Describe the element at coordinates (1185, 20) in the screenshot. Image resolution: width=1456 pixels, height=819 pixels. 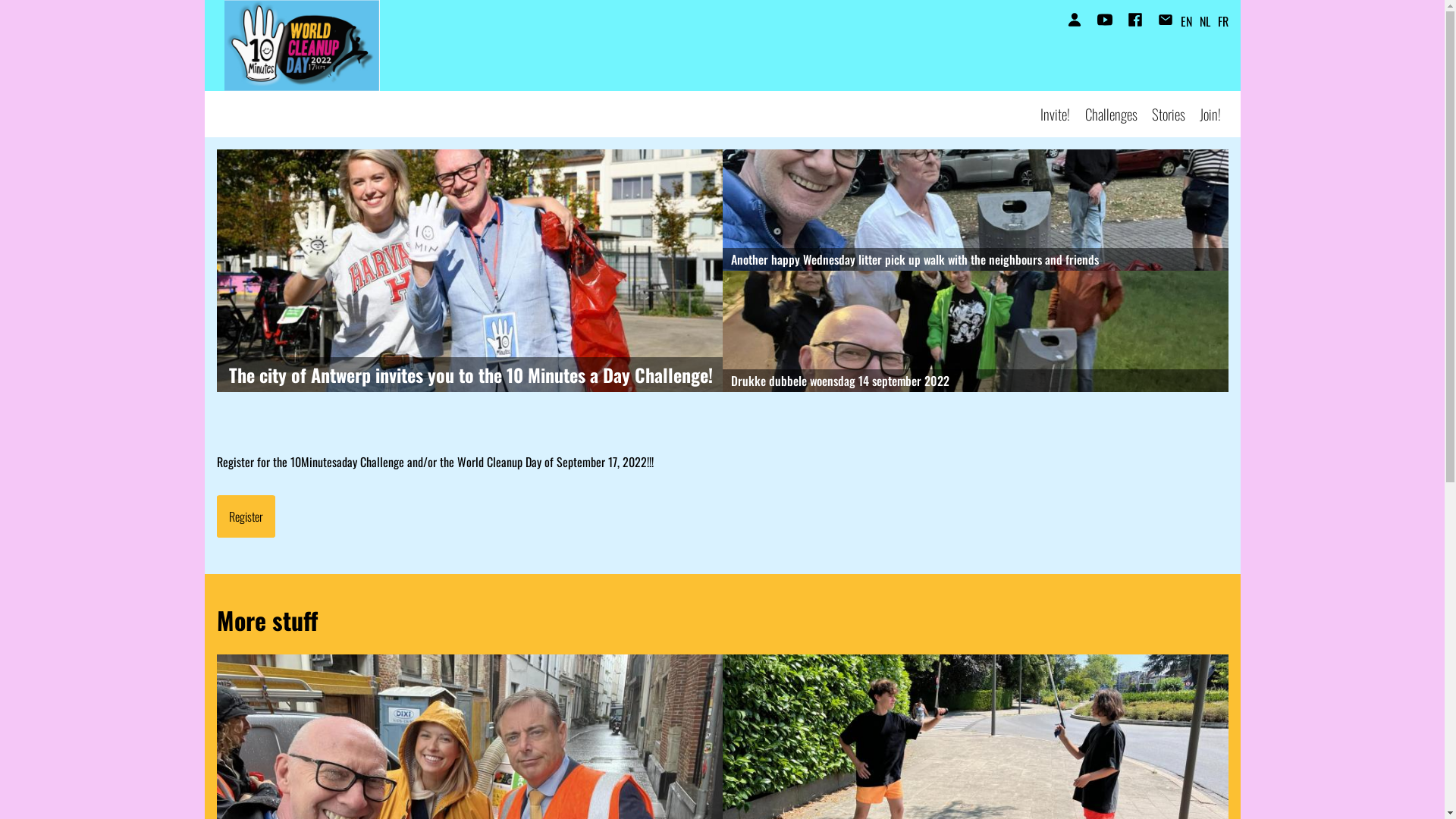
I see `'EN'` at that location.